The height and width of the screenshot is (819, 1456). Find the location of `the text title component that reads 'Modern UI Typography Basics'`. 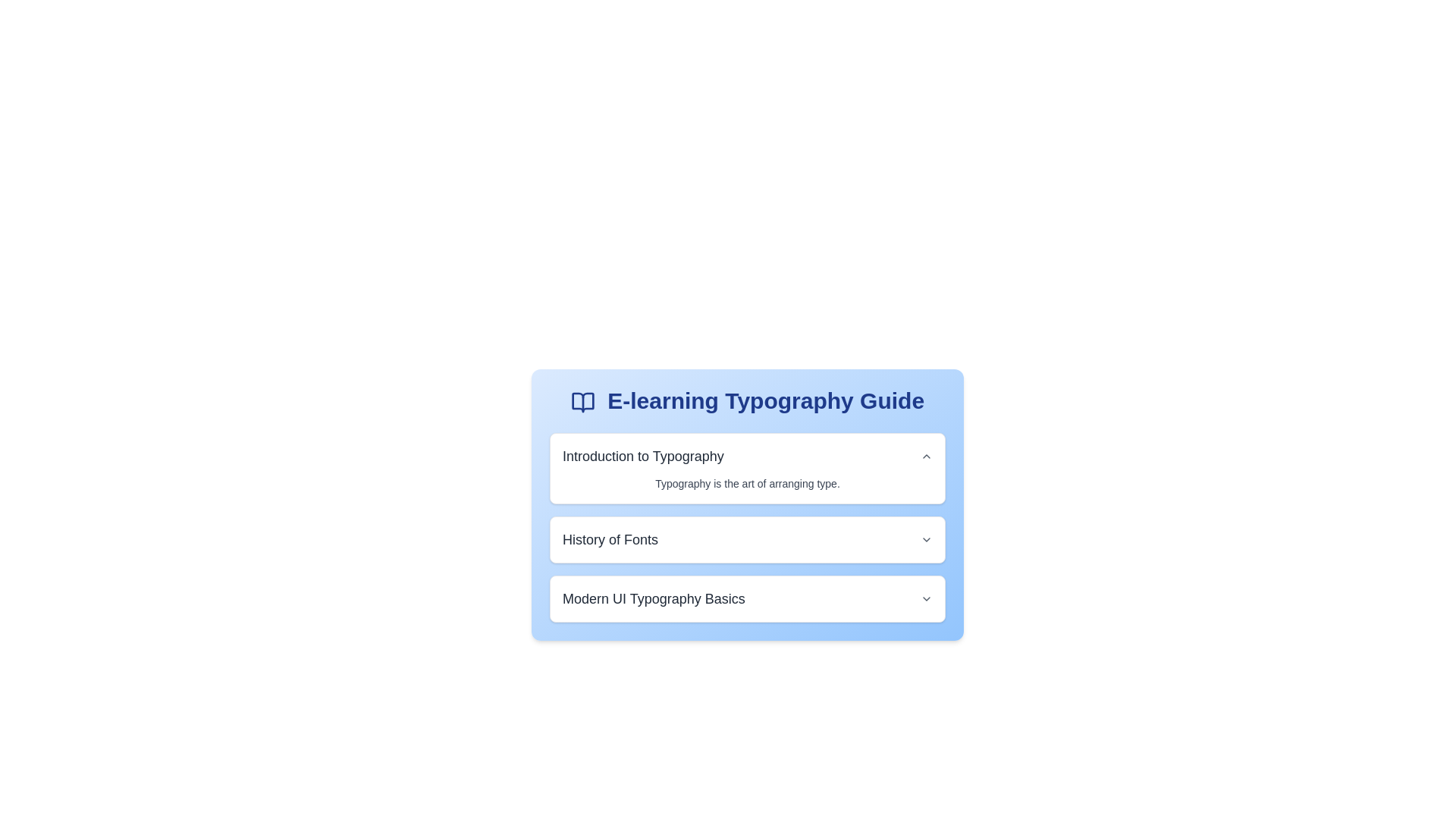

the text title component that reads 'Modern UI Typography Basics' is located at coordinates (654, 598).